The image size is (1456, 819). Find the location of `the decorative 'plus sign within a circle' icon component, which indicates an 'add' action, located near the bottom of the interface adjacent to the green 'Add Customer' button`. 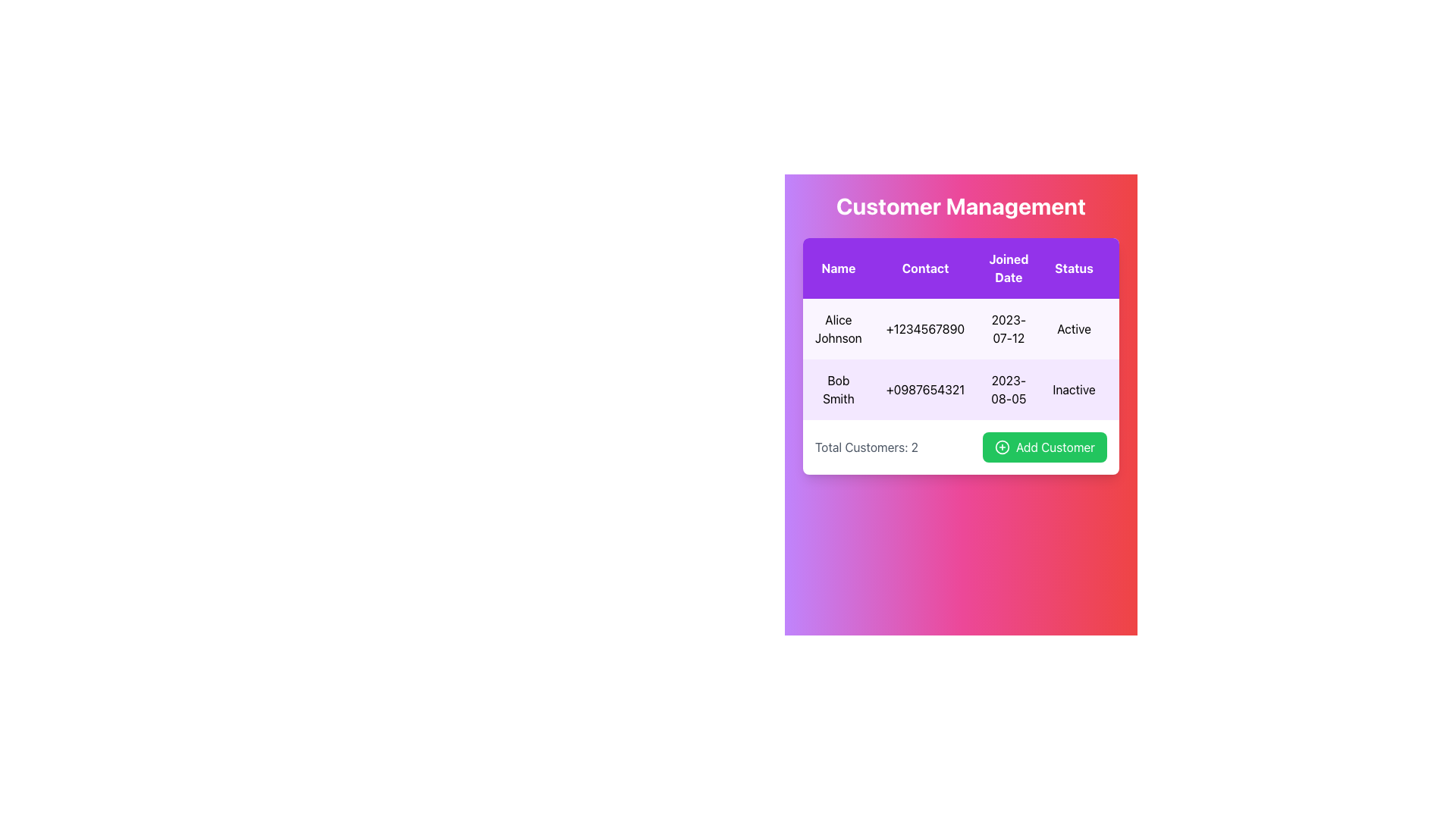

the decorative 'plus sign within a circle' icon component, which indicates an 'add' action, located near the bottom of the interface adjacent to the green 'Add Customer' button is located at coordinates (1002, 447).